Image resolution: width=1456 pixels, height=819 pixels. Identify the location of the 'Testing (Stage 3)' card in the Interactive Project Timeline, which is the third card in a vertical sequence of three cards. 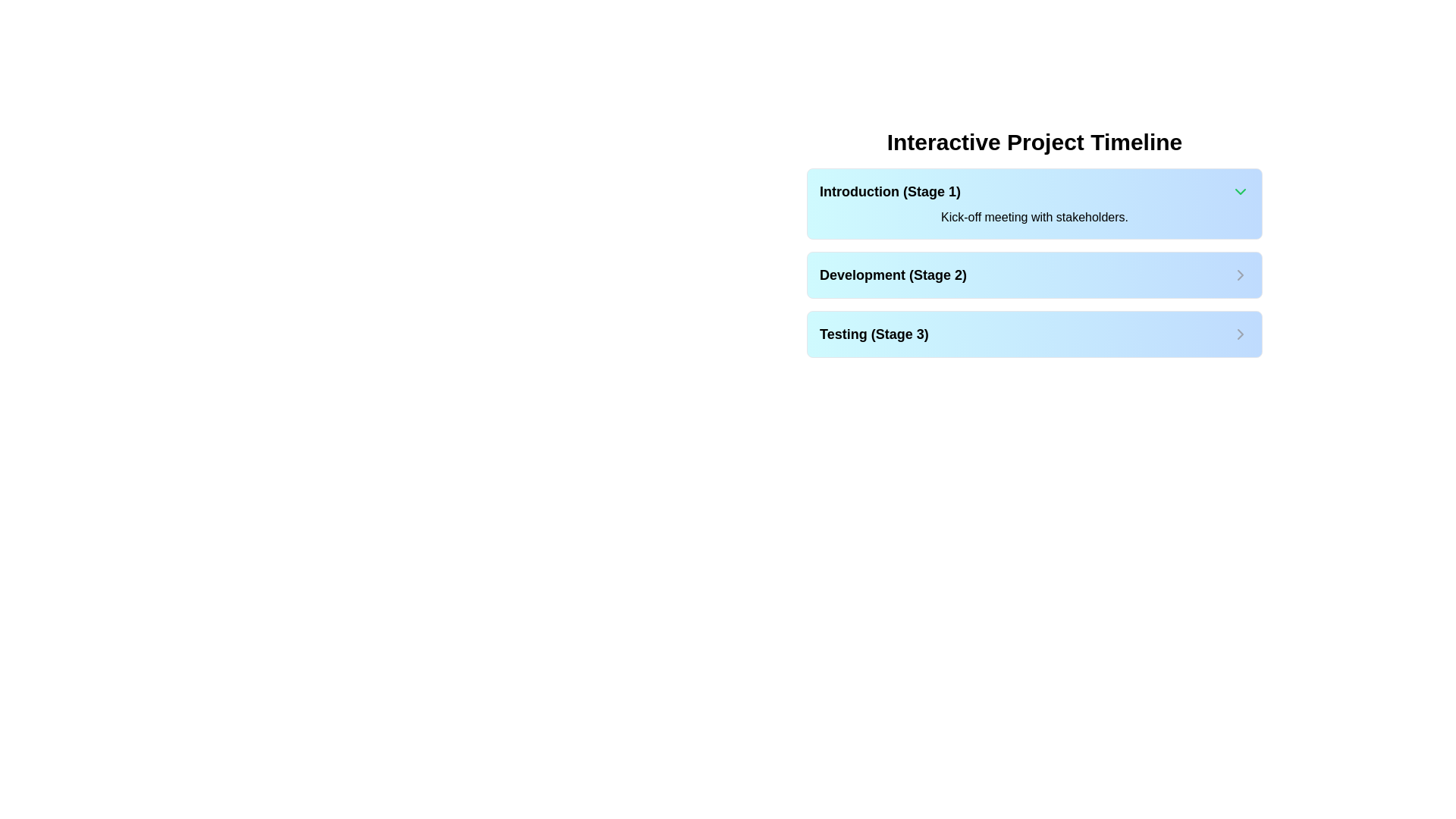
(1034, 333).